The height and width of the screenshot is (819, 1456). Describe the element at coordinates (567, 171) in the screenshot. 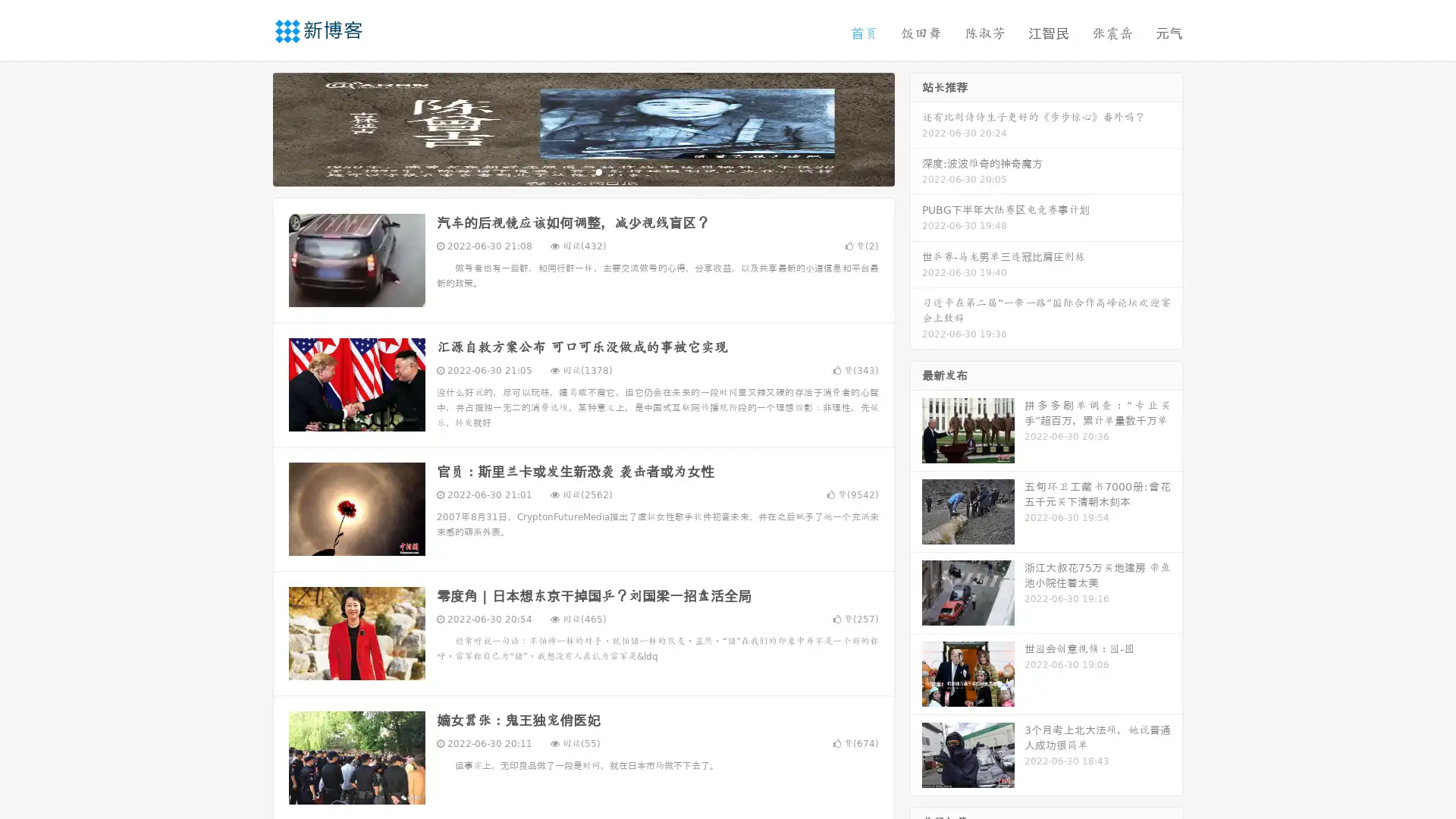

I see `Go to slide 1` at that location.